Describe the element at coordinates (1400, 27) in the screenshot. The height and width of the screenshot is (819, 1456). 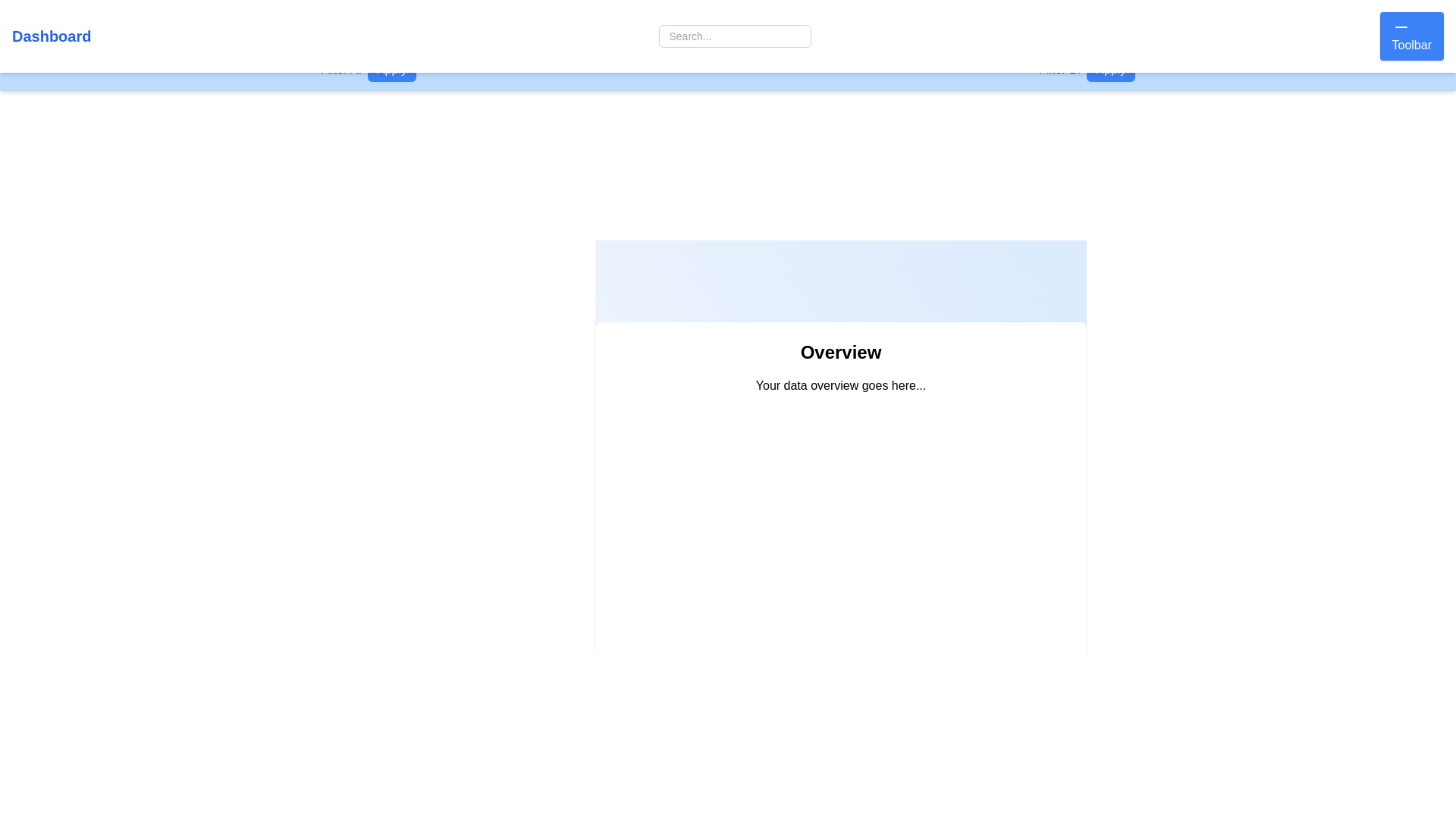
I see `the 'minus' icon located centrally within the 'Toolbar' button at the top-right corner of the interface` at that location.